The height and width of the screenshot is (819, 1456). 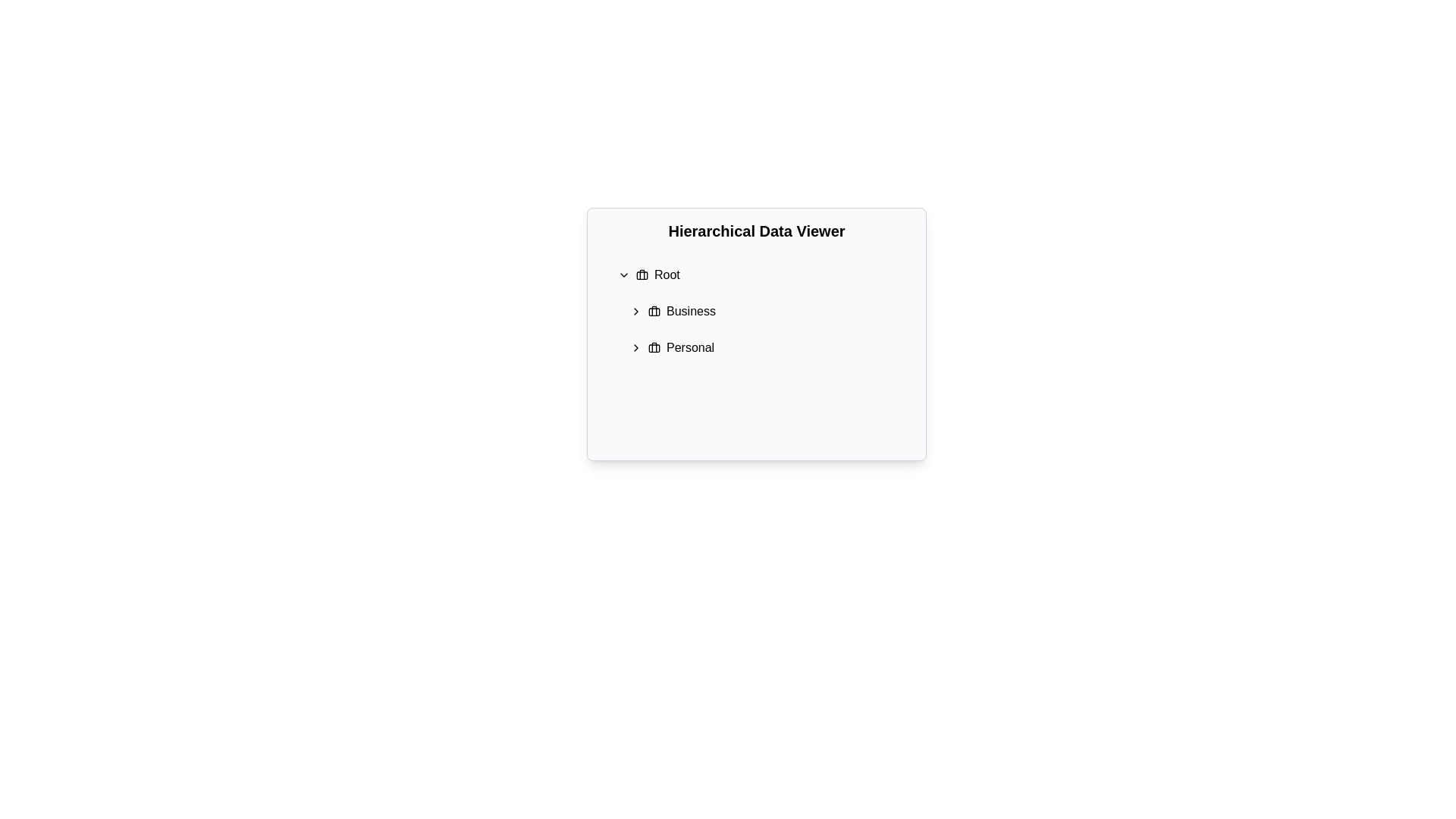 What do you see at coordinates (690, 311) in the screenshot?
I see `the 'Business' label, which is the second option in the vertically-stacked menu layout` at bounding box center [690, 311].